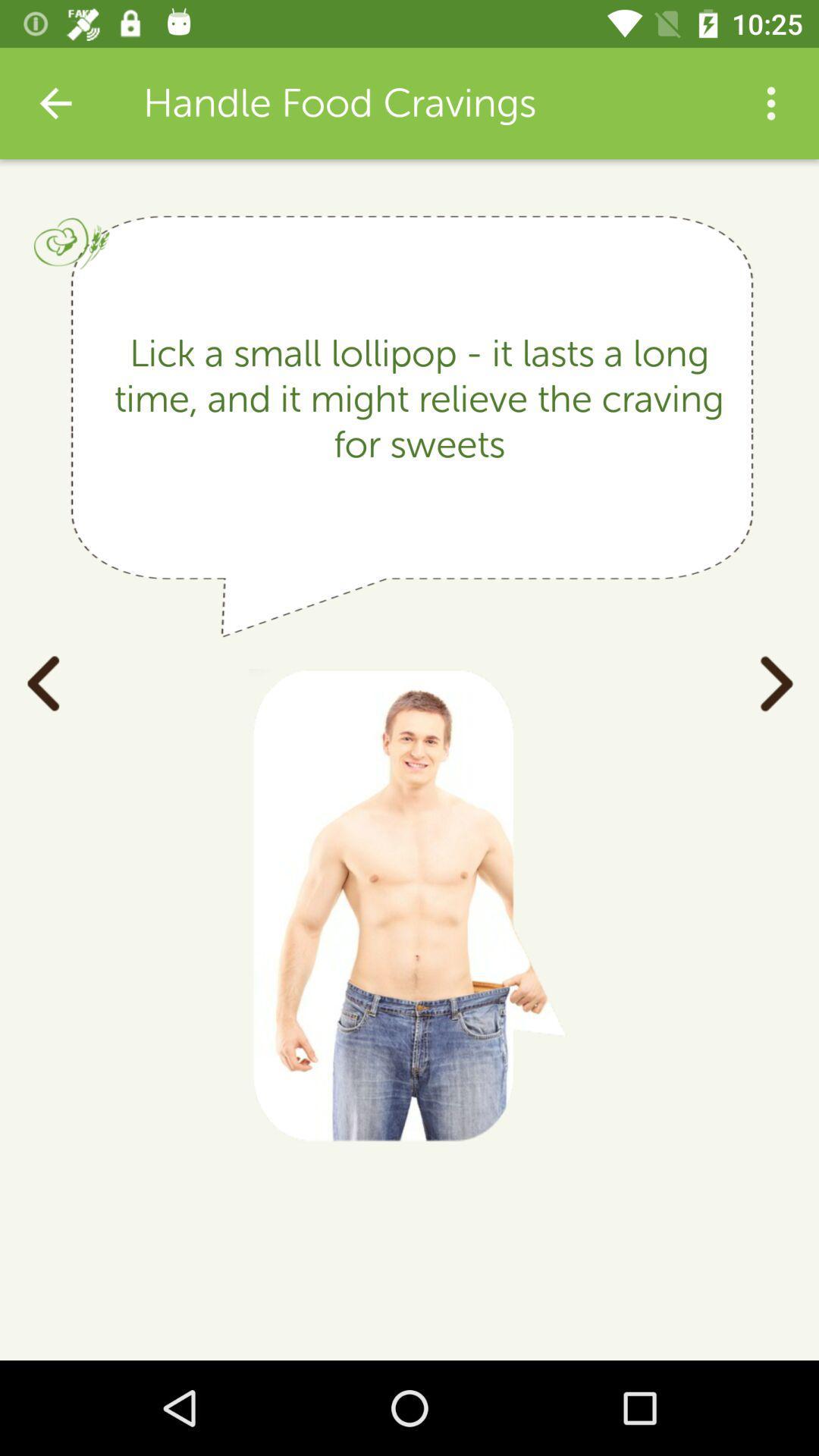  What do you see at coordinates (55, 102) in the screenshot?
I see `item above the lick a small icon` at bounding box center [55, 102].